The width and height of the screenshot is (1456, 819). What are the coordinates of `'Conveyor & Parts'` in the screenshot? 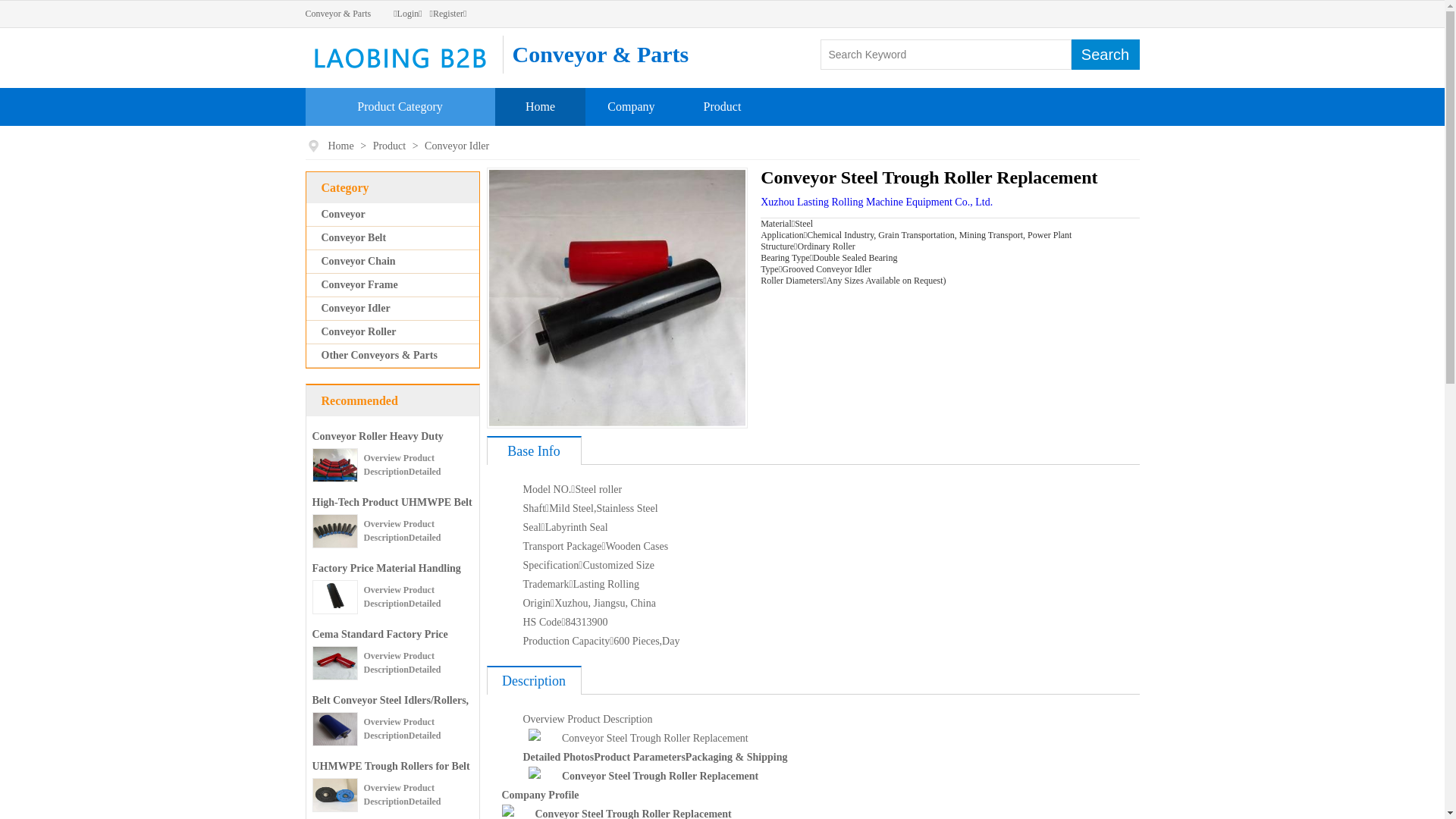 It's located at (337, 14).